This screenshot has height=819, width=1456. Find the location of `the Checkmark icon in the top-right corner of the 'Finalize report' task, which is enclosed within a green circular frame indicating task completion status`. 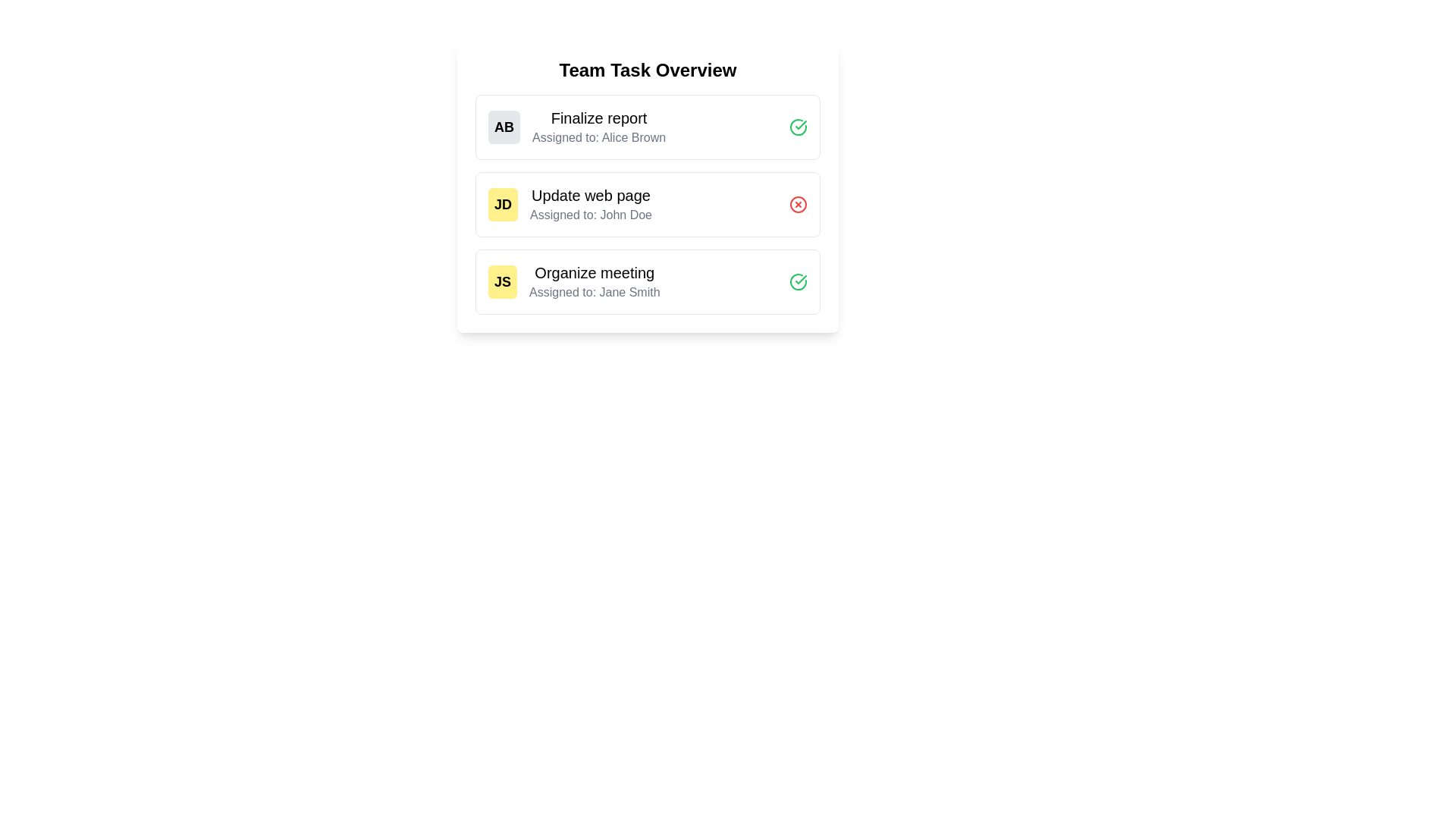

the Checkmark icon in the top-right corner of the 'Finalize report' task, which is enclosed within a green circular frame indicating task completion status is located at coordinates (800, 280).